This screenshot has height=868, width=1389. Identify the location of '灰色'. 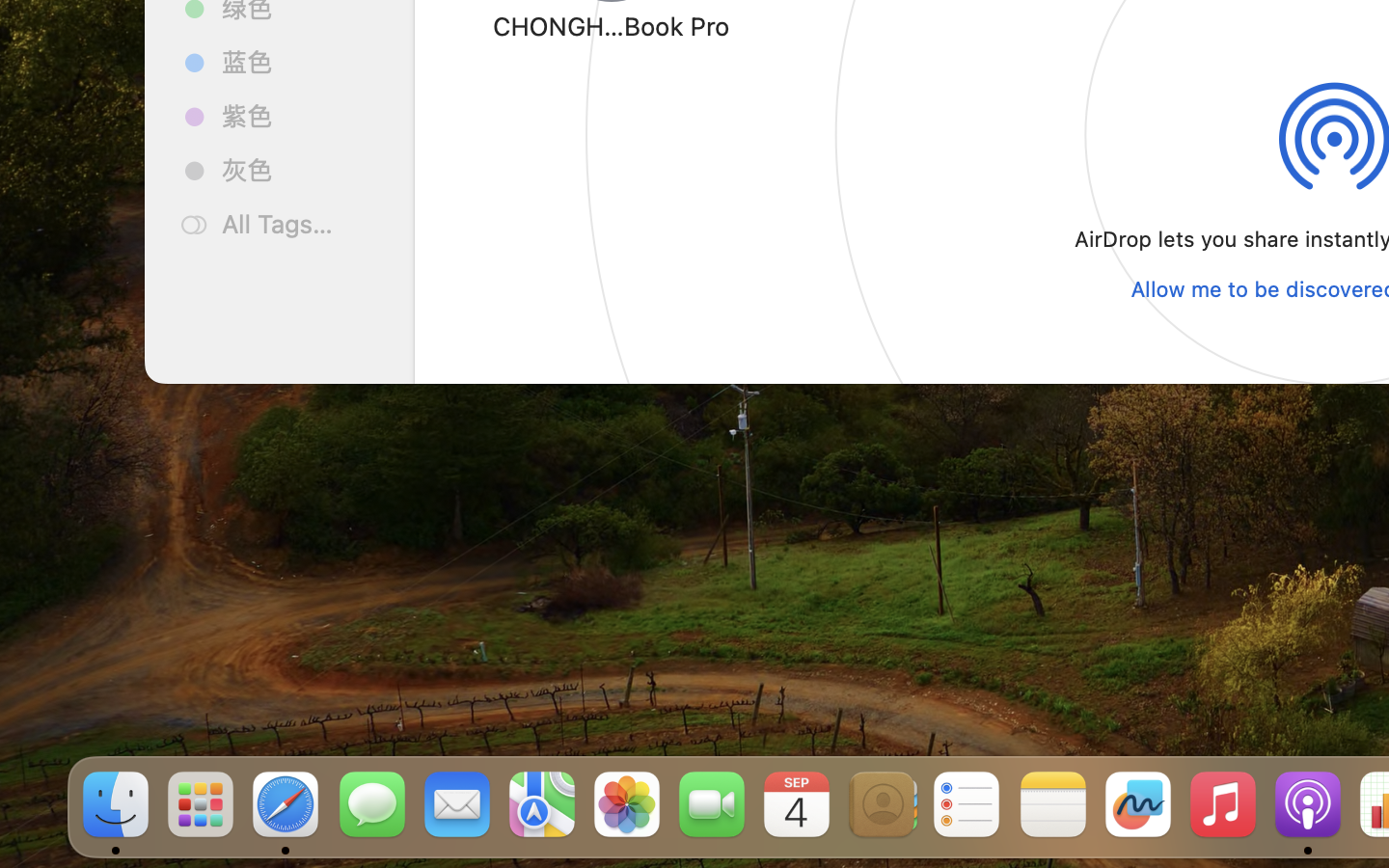
(300, 170).